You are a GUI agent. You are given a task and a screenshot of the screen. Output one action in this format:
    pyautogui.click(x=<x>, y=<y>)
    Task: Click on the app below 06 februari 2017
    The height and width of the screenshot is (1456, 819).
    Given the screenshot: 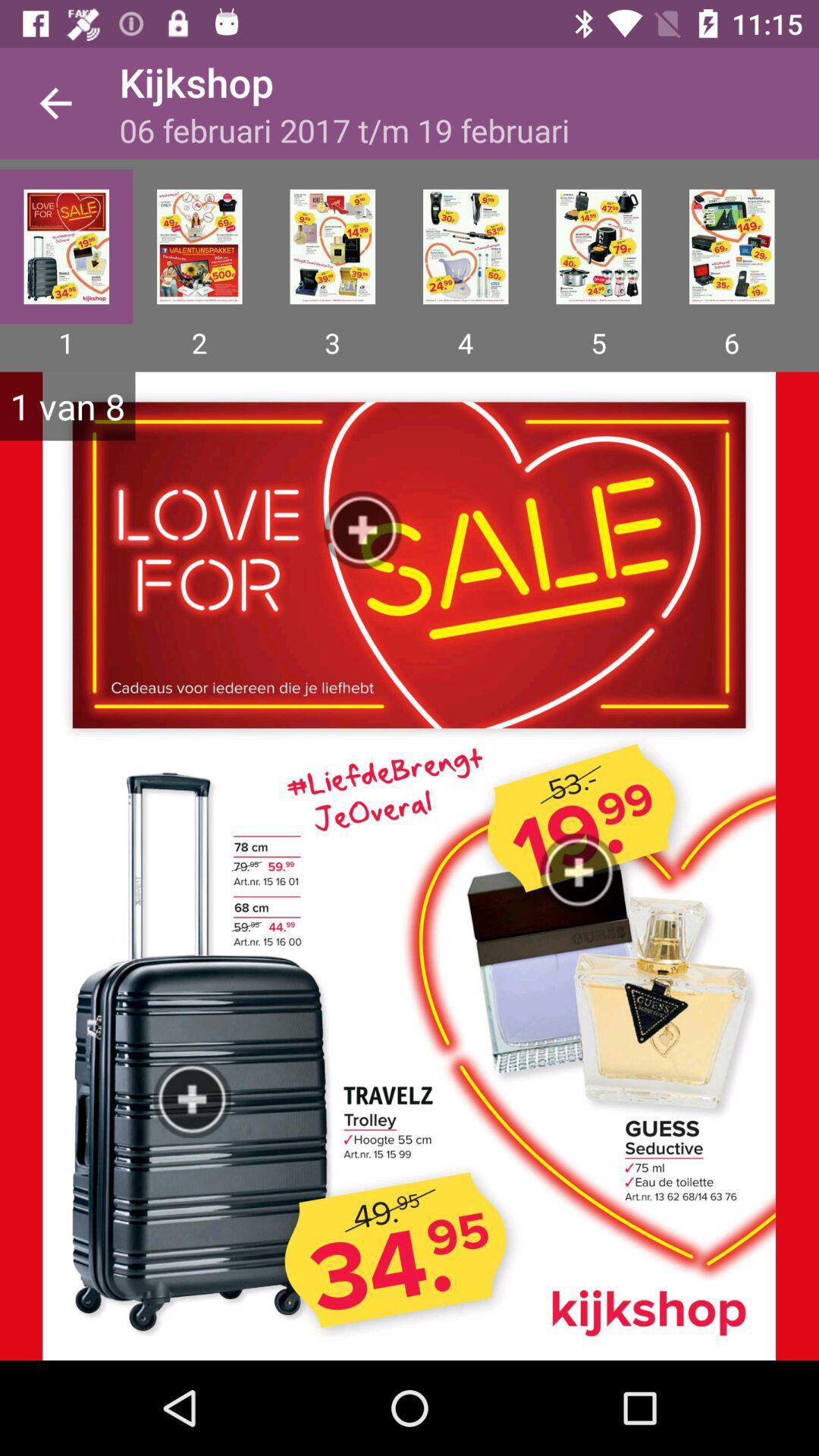 What is the action you would take?
    pyautogui.click(x=465, y=246)
    